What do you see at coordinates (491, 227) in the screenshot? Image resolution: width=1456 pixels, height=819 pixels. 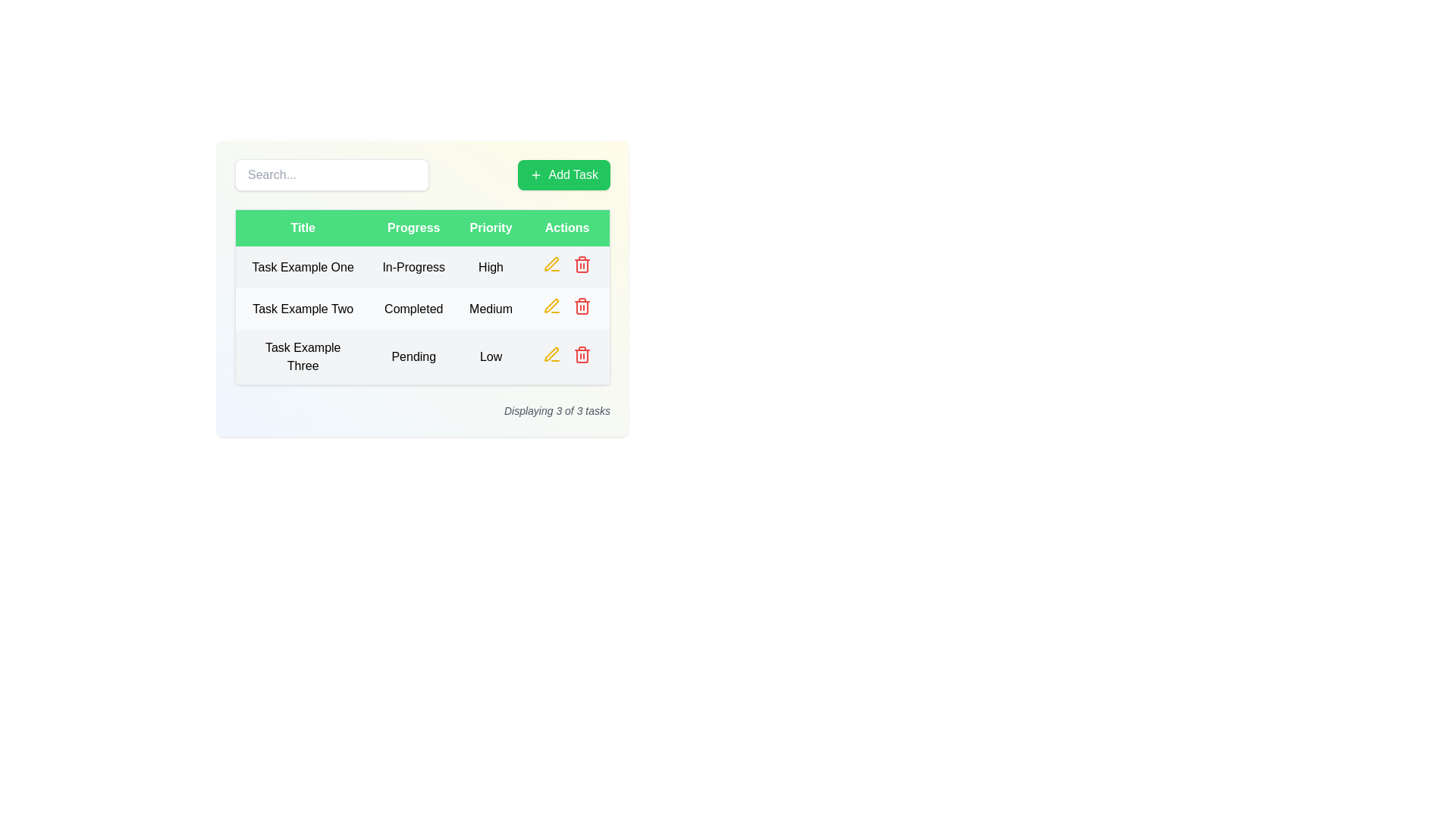 I see `the 'Priority' label element, which is a rectangular label with white text on a green background, located in the header row of a table structure as the third column` at bounding box center [491, 227].